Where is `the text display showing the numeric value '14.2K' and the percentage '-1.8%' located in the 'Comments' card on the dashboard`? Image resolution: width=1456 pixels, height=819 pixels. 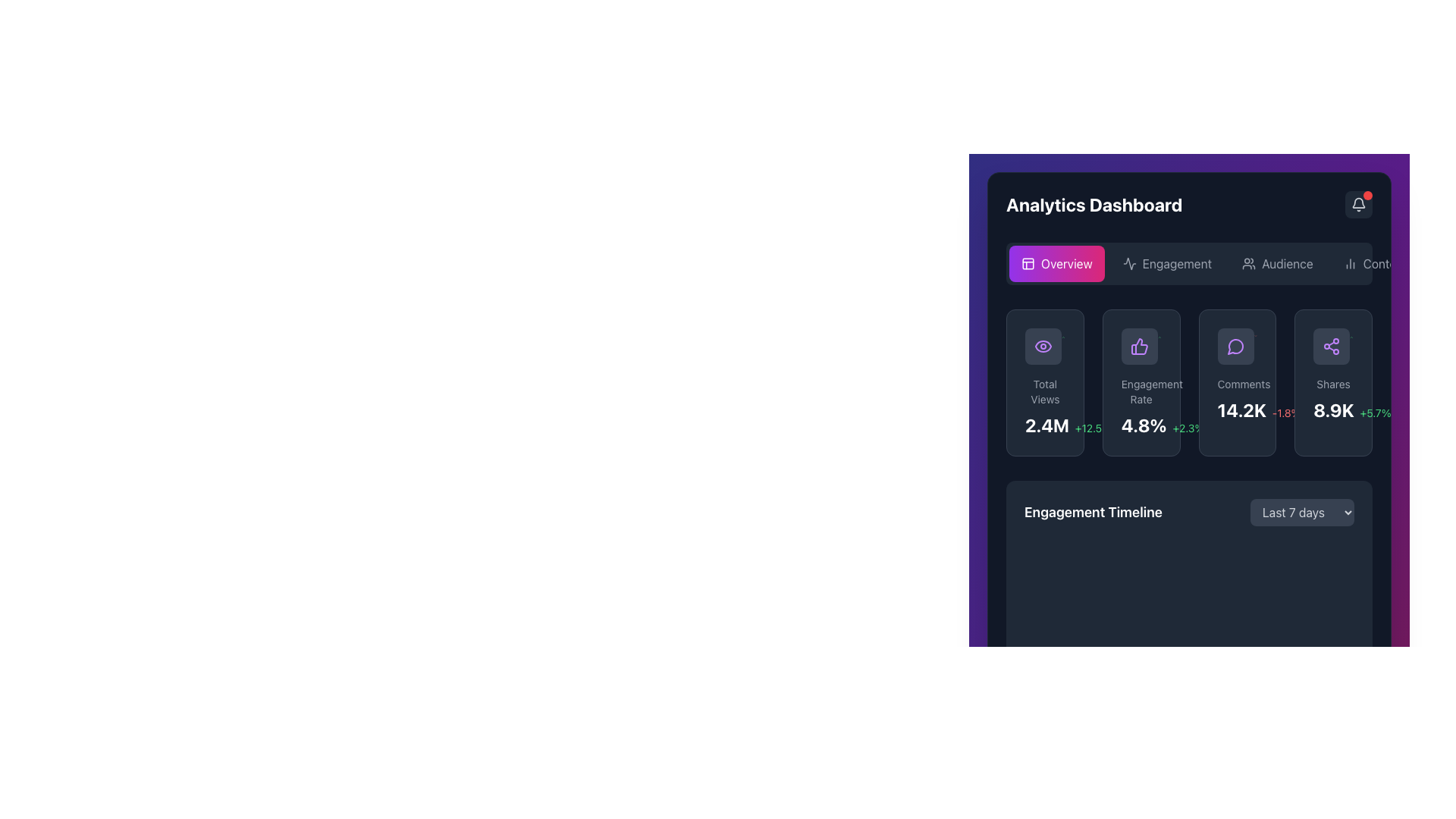 the text display showing the numeric value '14.2K' and the percentage '-1.8%' located in the 'Comments' card on the dashboard is located at coordinates (1237, 409).